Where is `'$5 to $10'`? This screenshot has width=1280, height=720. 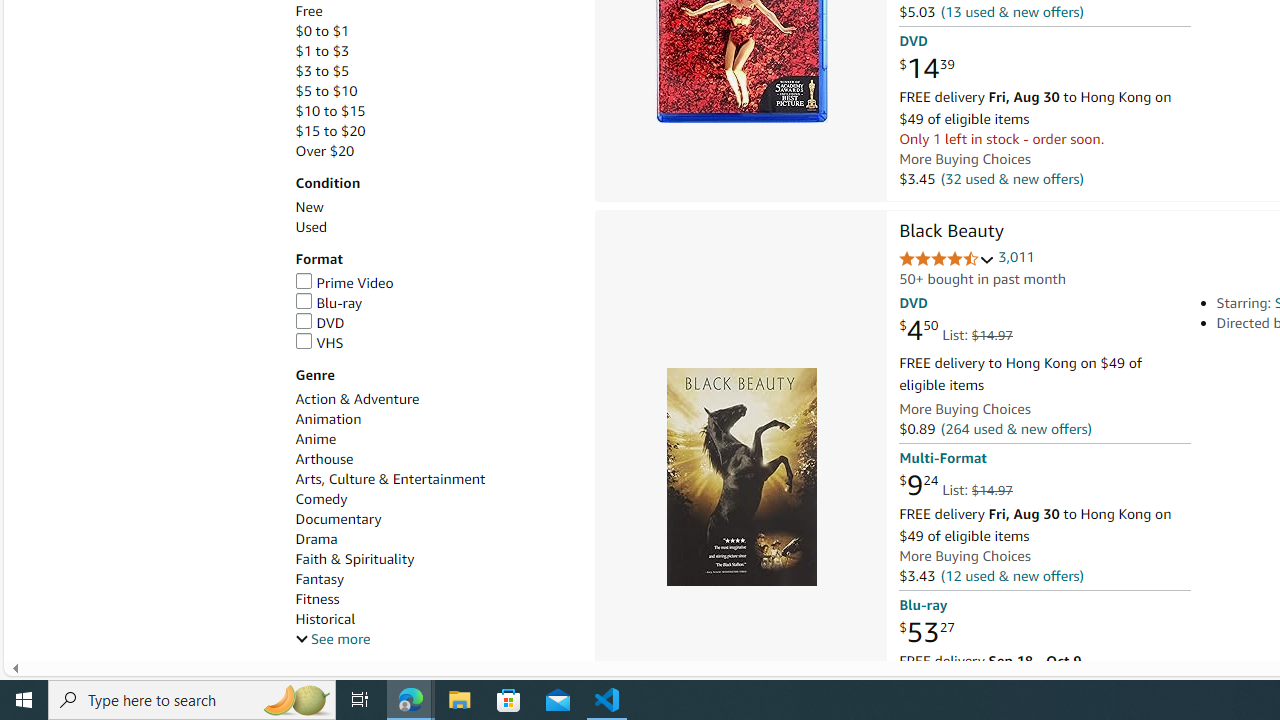 '$5 to $10' is located at coordinates (433, 91).